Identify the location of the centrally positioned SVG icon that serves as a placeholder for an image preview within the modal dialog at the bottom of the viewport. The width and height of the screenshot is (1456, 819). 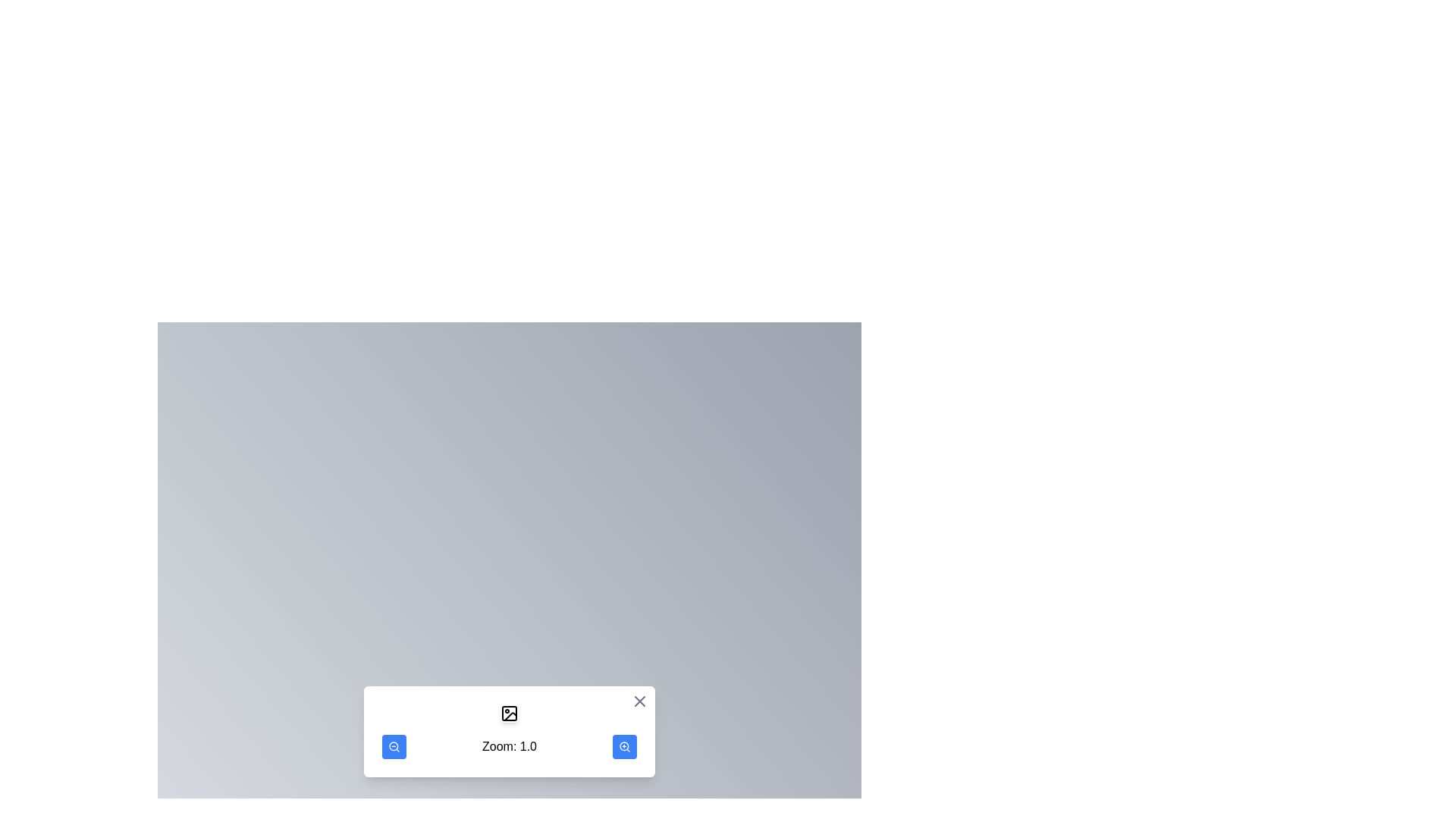
(510, 714).